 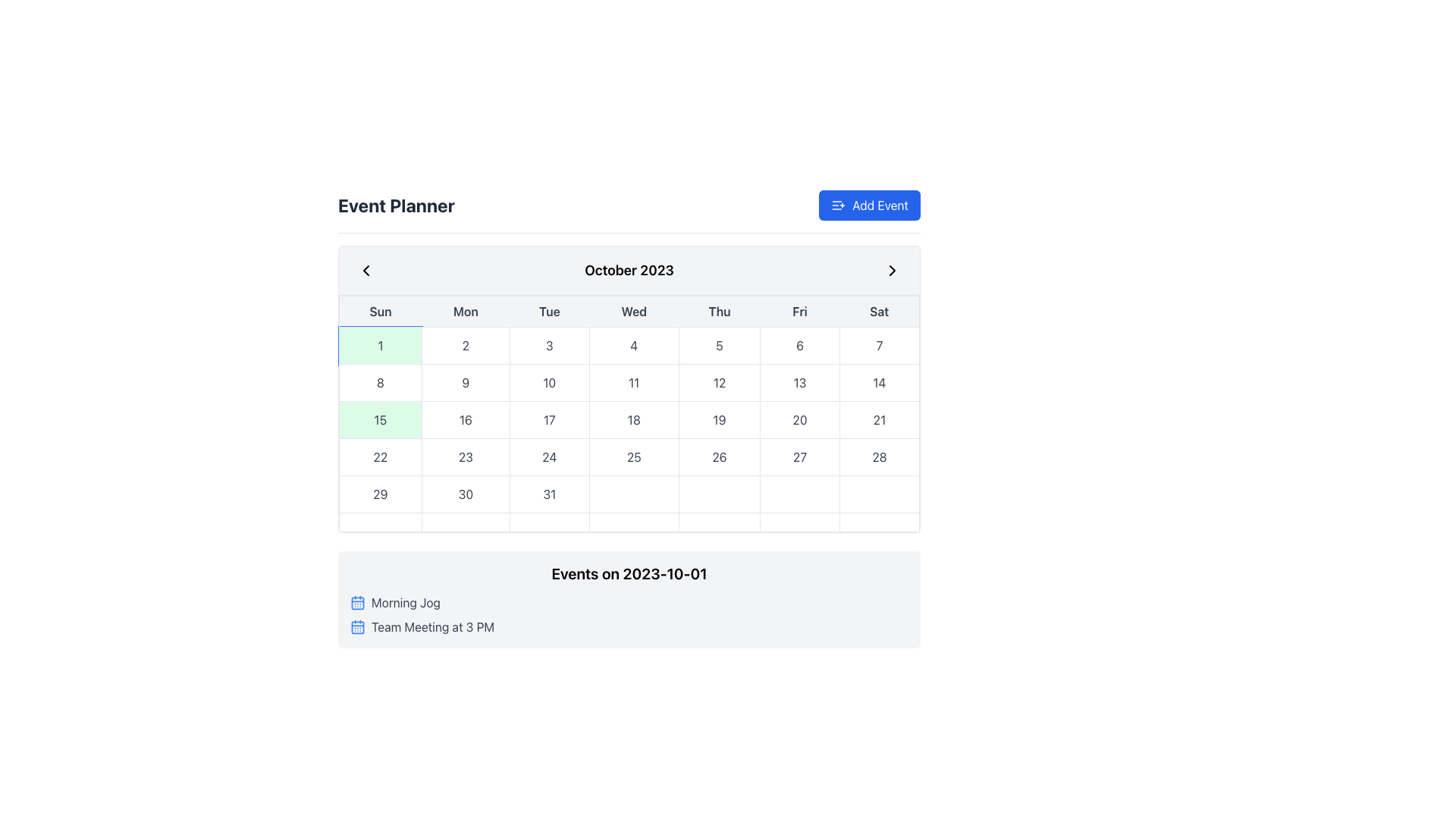 I want to click on the right-pointing chevron icon in the top-right corner of the calendar interface to go to the next month, so click(x=892, y=270).